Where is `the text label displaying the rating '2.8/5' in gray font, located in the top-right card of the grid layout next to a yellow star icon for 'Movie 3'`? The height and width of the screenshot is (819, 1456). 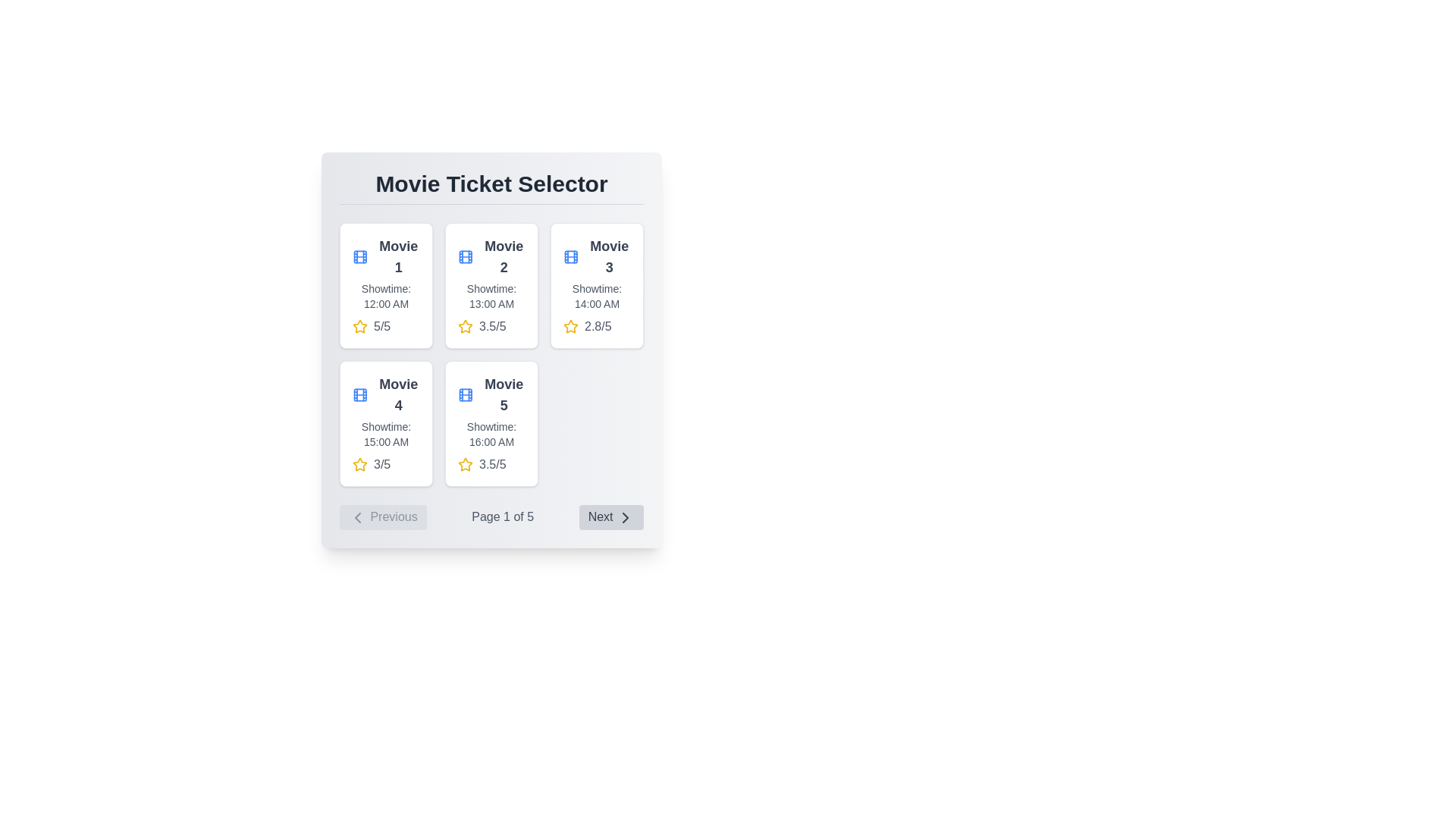 the text label displaying the rating '2.8/5' in gray font, located in the top-right card of the grid layout next to a yellow star icon for 'Movie 3' is located at coordinates (597, 326).